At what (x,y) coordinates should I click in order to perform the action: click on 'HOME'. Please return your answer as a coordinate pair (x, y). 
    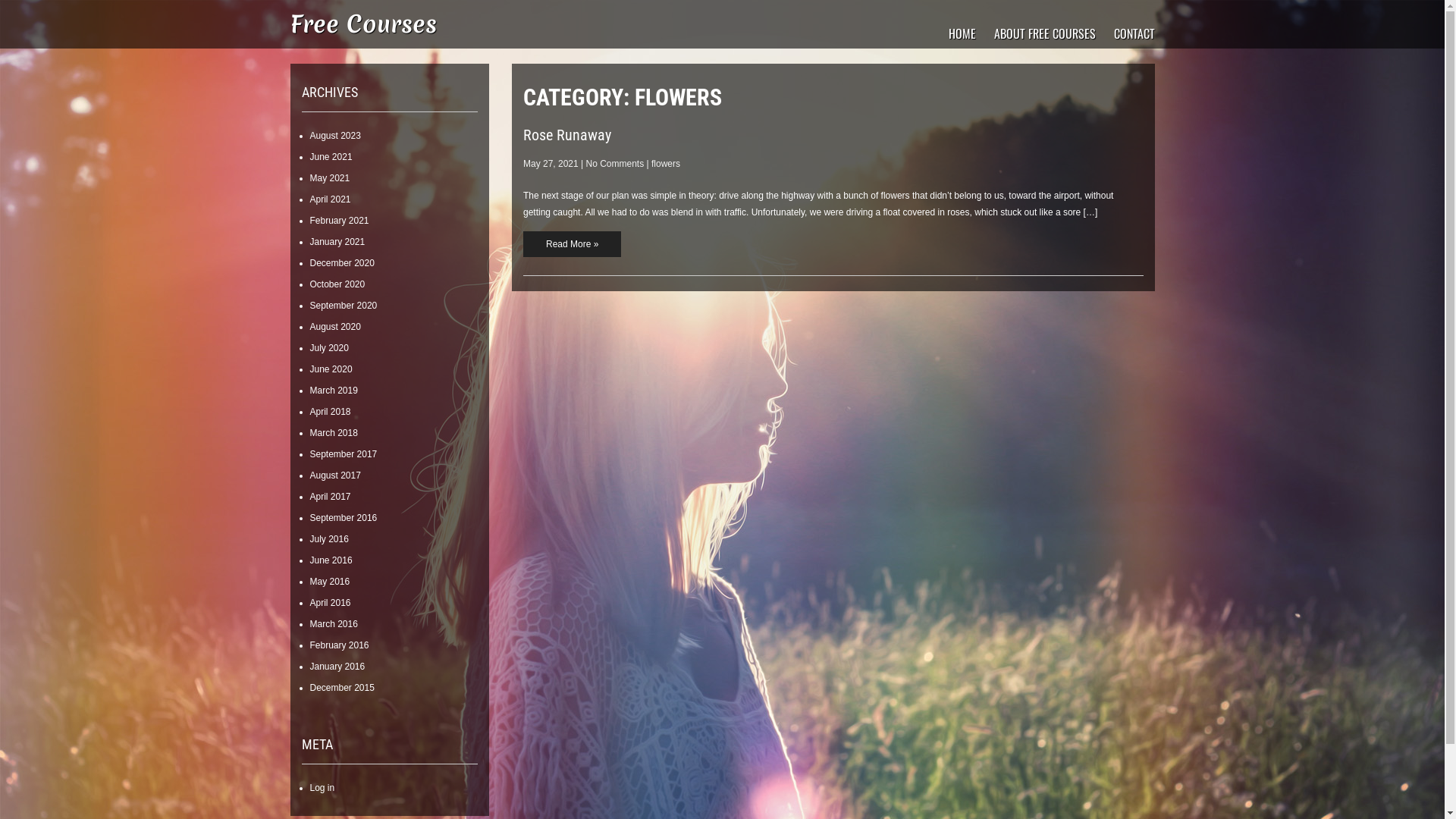
    Looking at the image, I should click on (960, 33).